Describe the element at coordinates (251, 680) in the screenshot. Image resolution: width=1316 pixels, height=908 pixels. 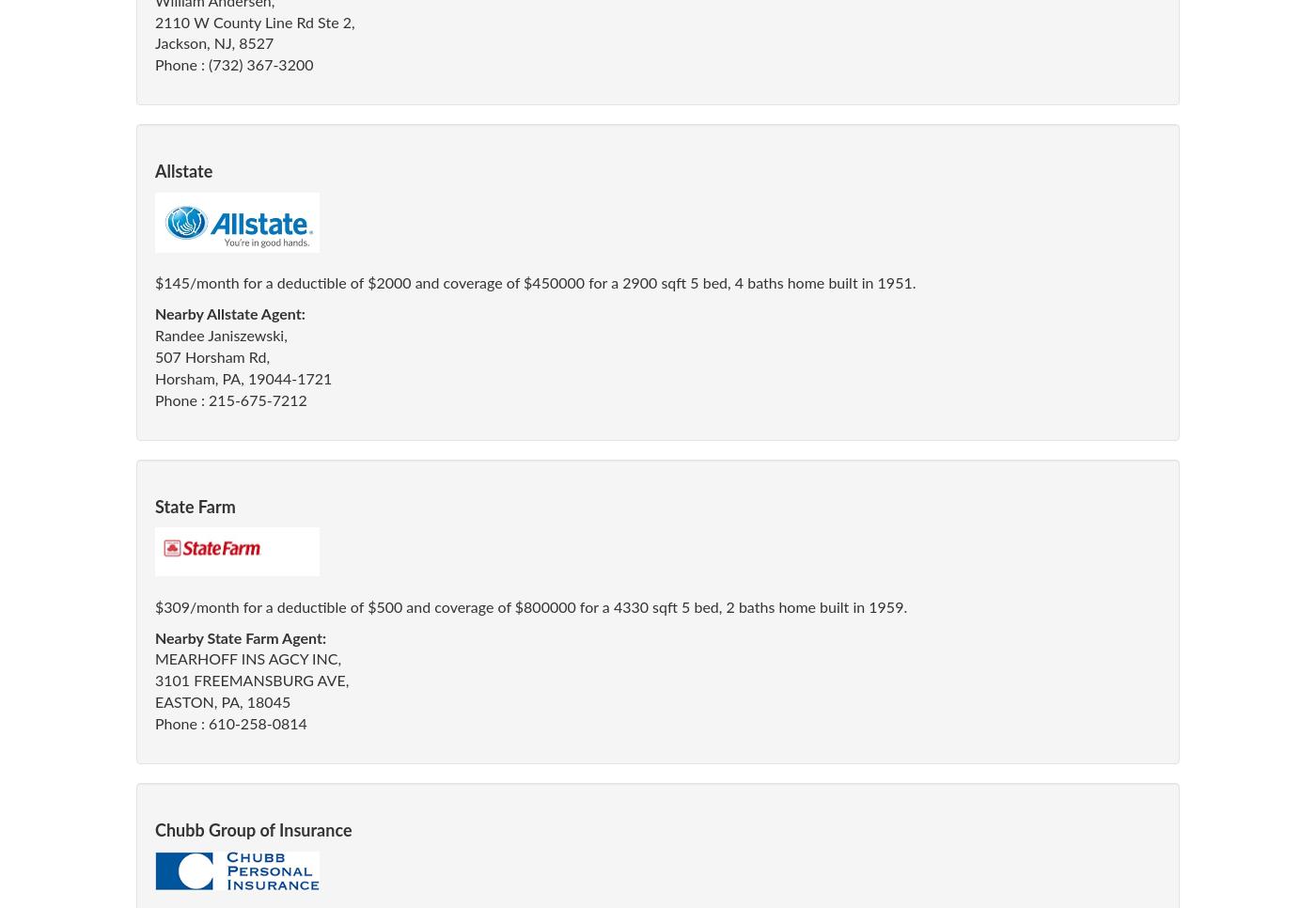
I see `'3101 FREEMANSBURG AVE,'` at that location.